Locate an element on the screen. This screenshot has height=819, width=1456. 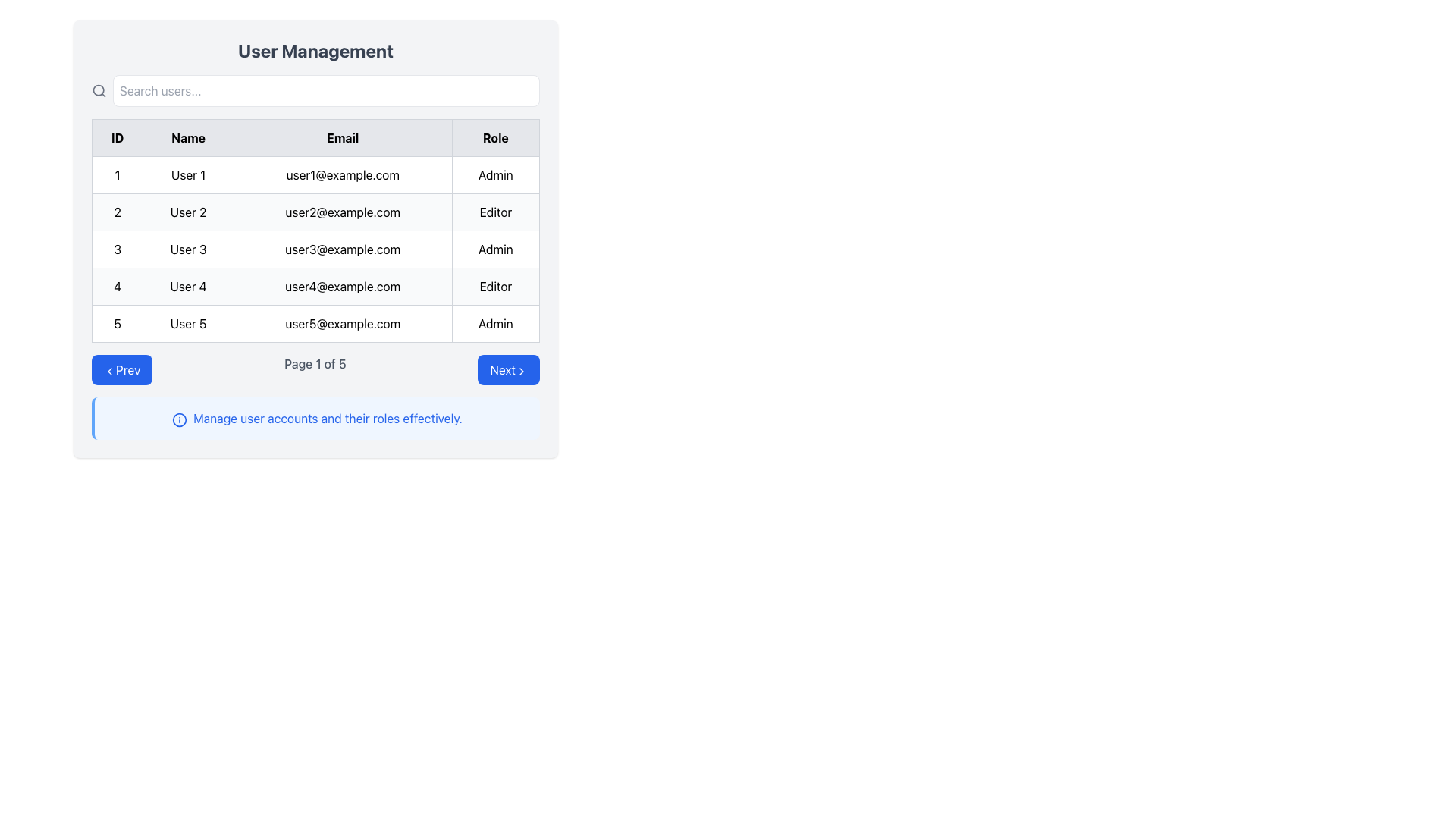
the informational Text Label located at the bottom-left of the 'User Management' page, which has a light blue background and is bordered by blue on the left is located at coordinates (327, 418).